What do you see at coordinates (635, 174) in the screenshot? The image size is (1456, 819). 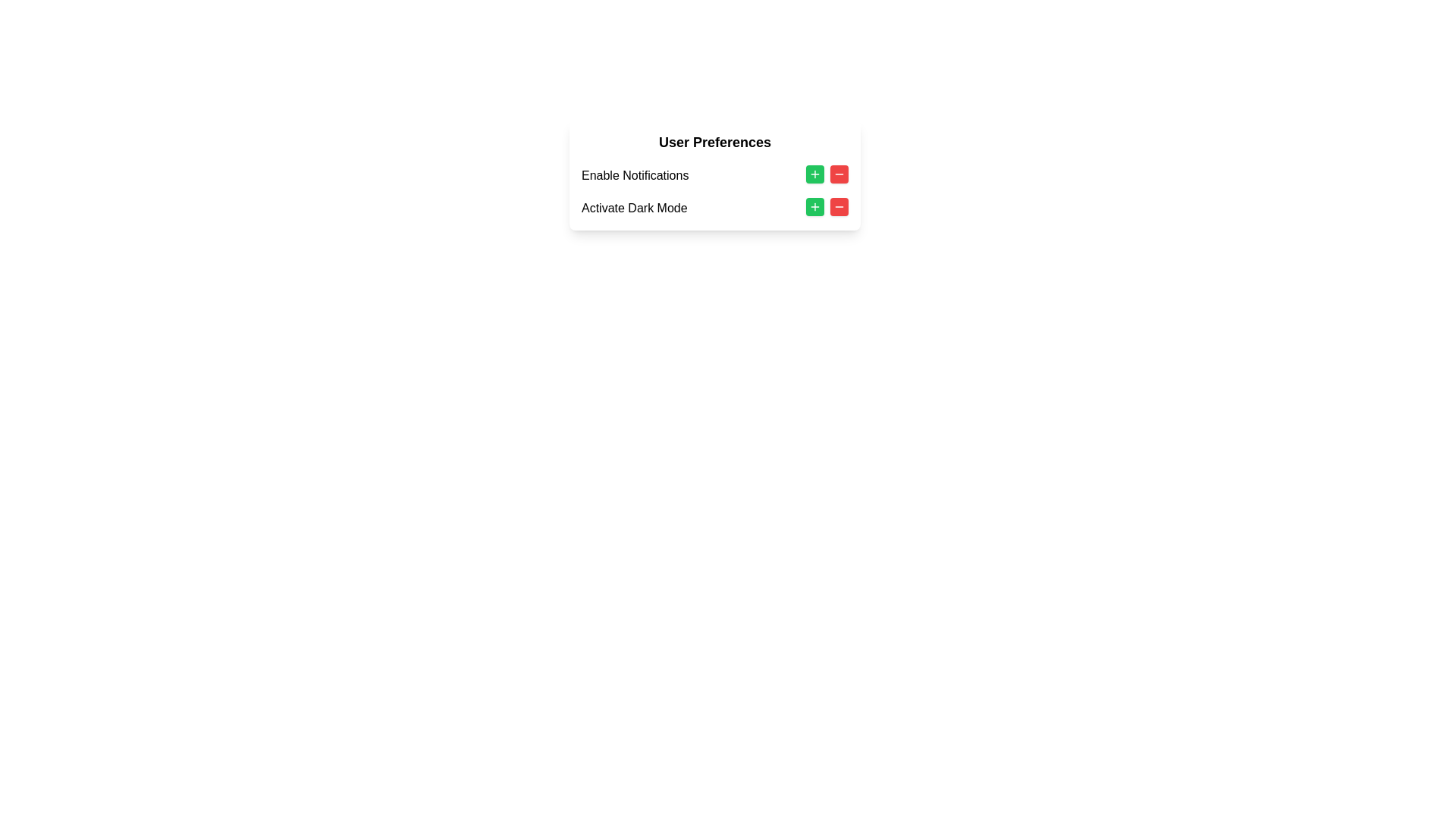 I see `label text indicating the purpose of the configuration for enabling notifications, located in the 'User Preferences' section, leftmost in the first row, aligned with the buttons '+' and '-'` at bounding box center [635, 174].